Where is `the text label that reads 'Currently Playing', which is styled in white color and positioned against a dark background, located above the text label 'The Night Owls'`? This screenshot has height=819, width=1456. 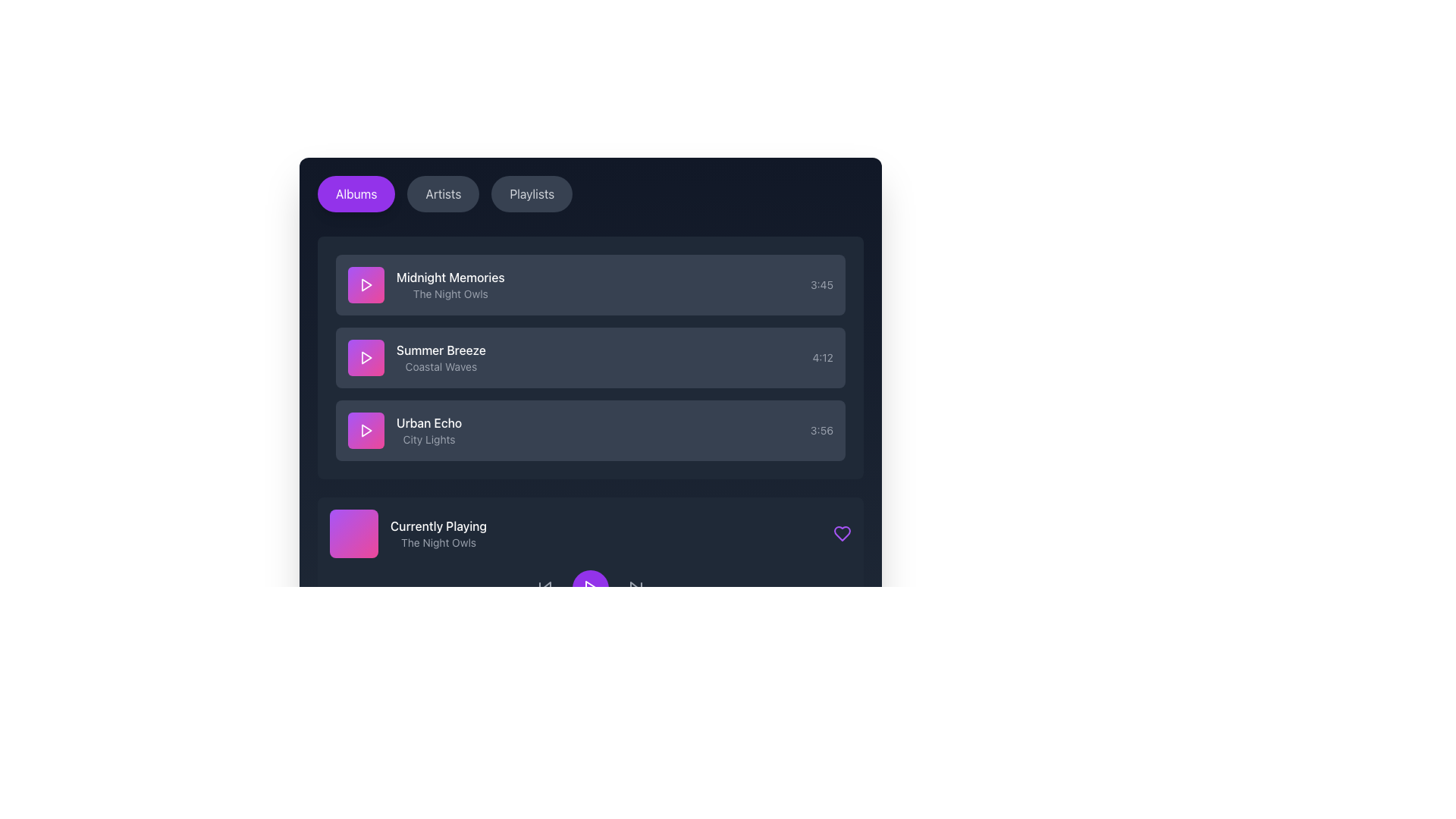 the text label that reads 'Currently Playing', which is styled in white color and positioned against a dark background, located above the text label 'The Night Owls' is located at coordinates (438, 526).